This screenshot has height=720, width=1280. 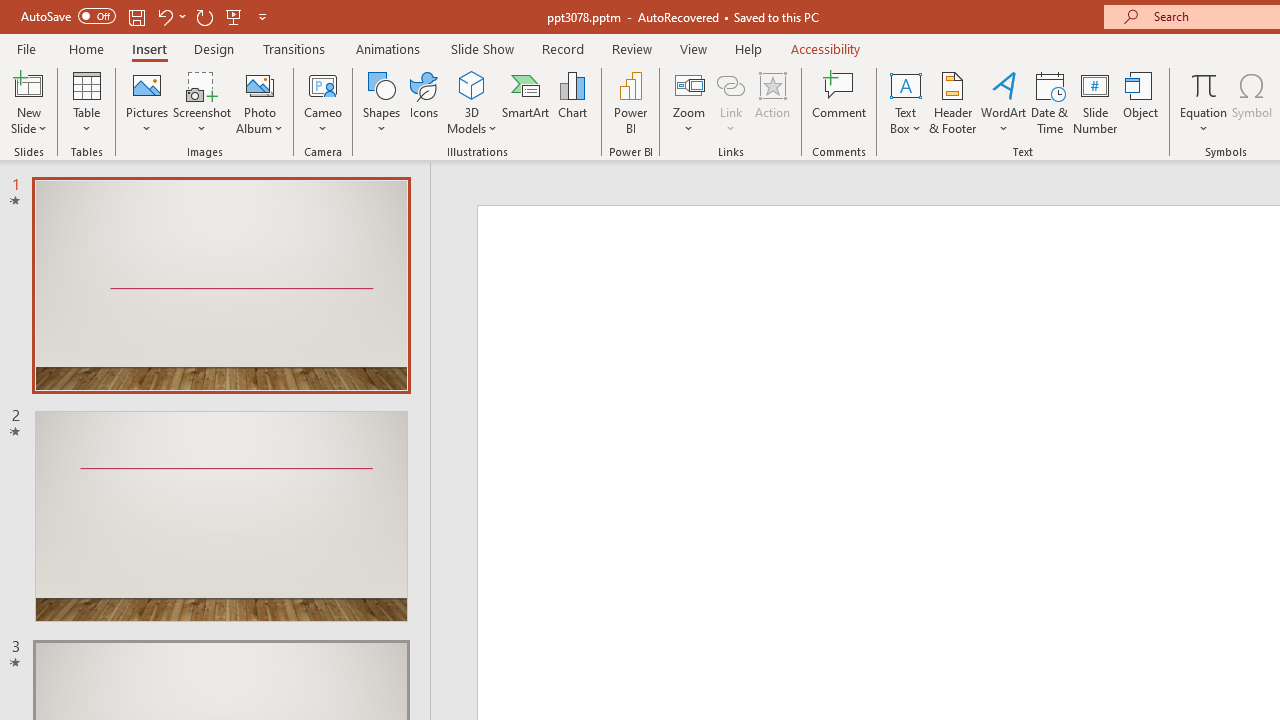 I want to click on 'WordArt', so click(x=1004, y=103).